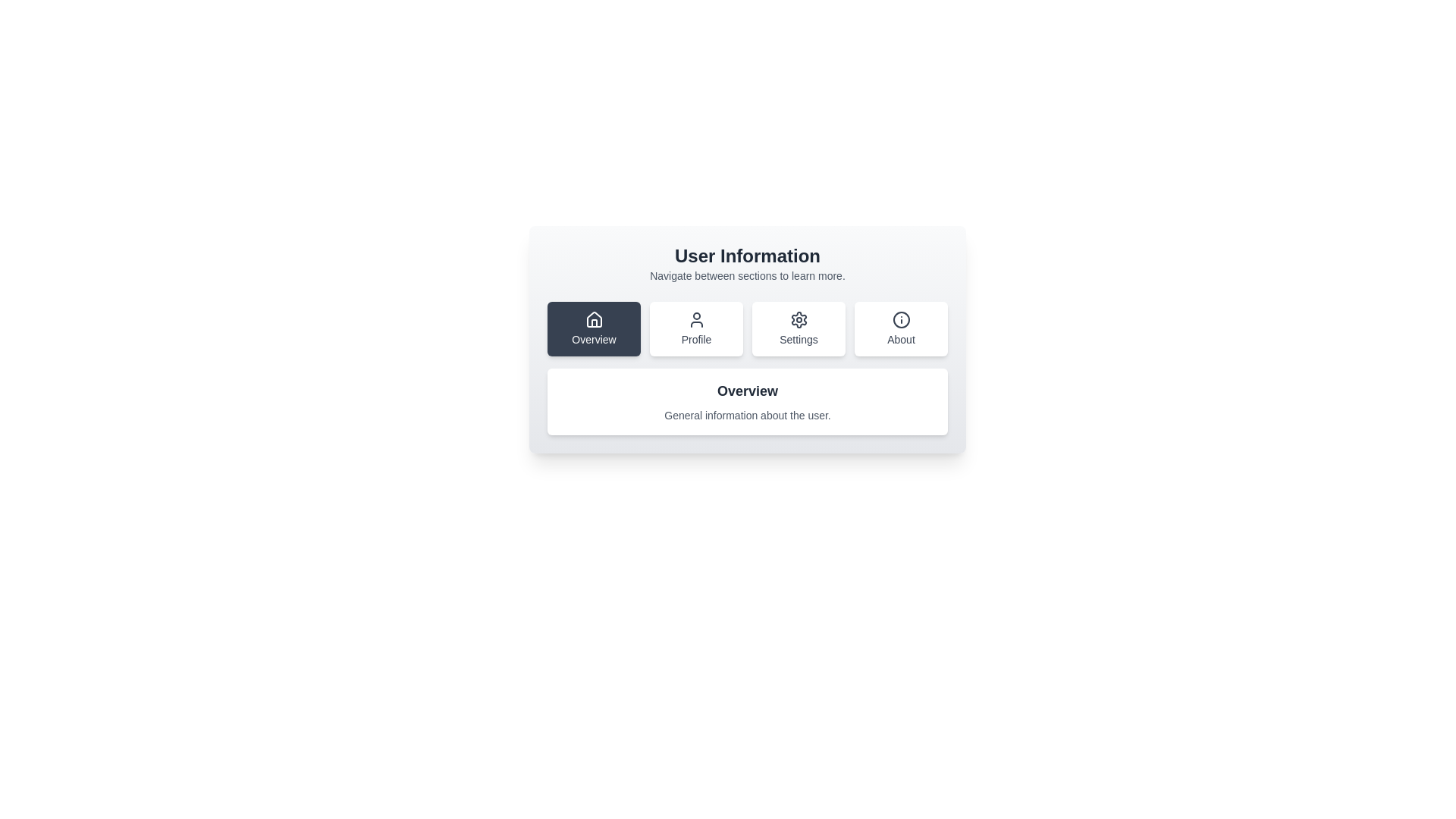 This screenshot has width=1456, height=819. Describe the element at coordinates (901, 318) in the screenshot. I see `the informational icon located in the 'About' section, which is centered above the 'About' text label` at that location.